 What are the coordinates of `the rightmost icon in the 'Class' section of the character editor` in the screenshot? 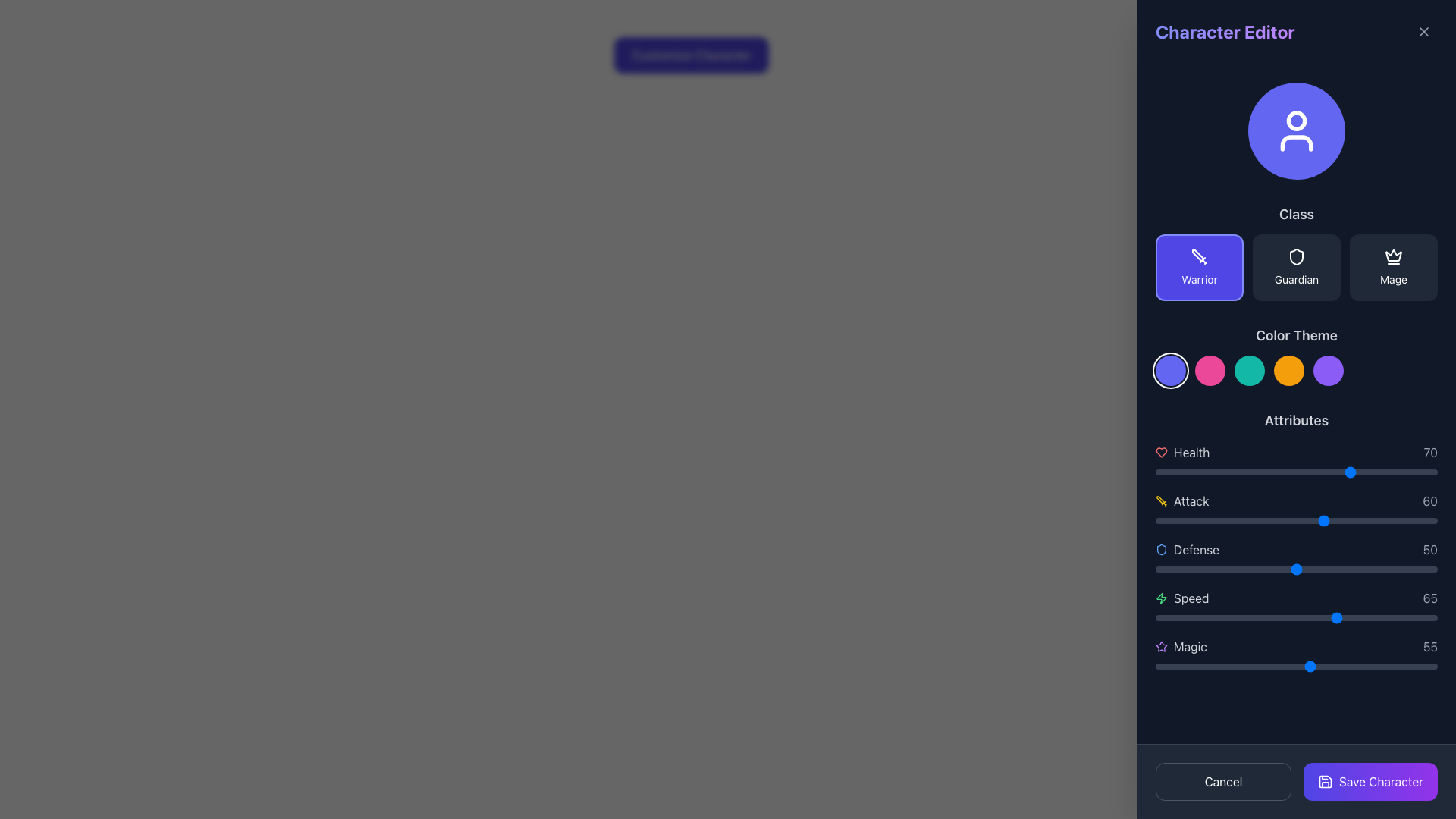 It's located at (1394, 254).